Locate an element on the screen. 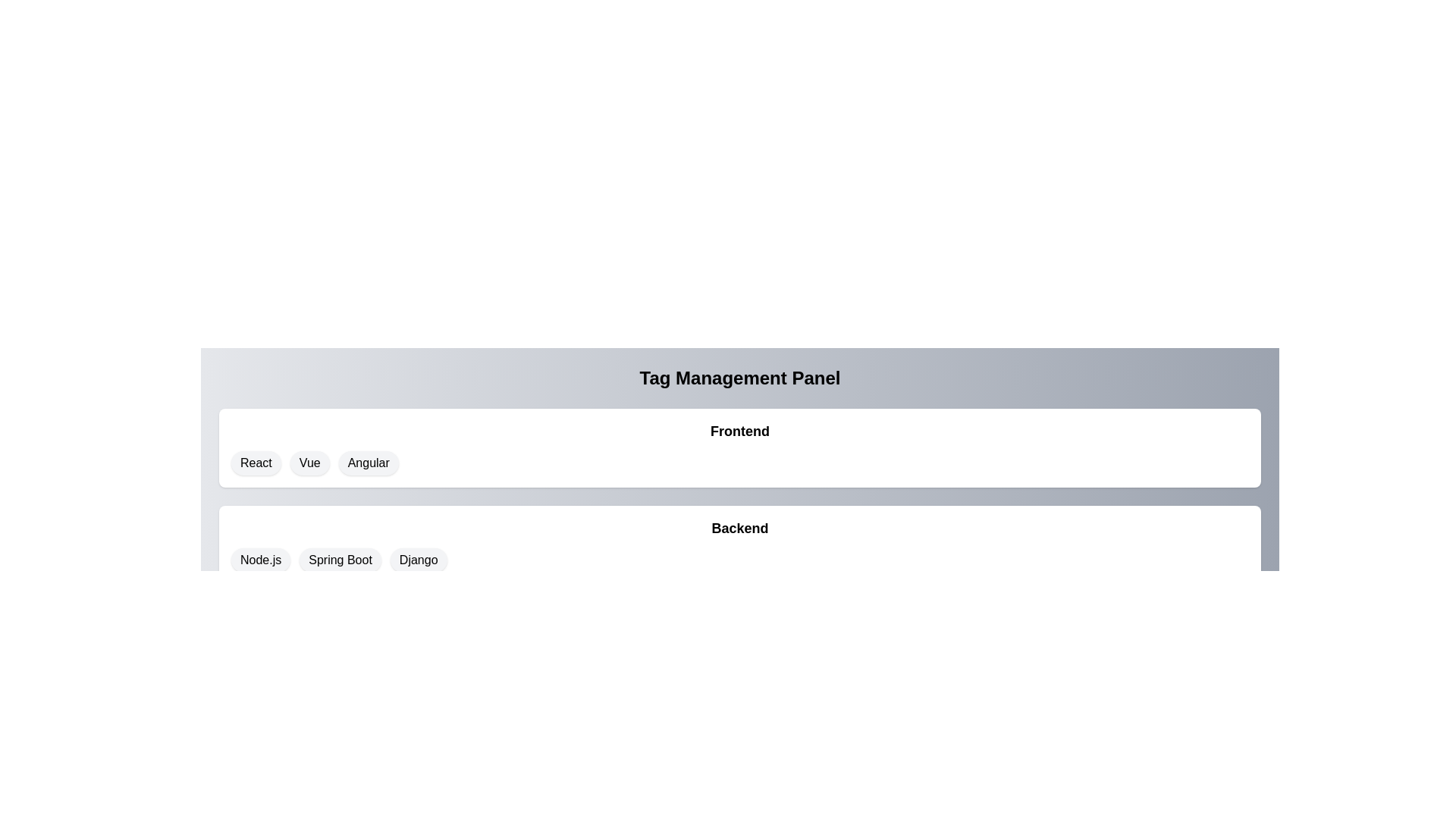 The image size is (1456, 819). the 'React' button, which is the first button in the 'Frontend' section, located at the top-left corner of a group of buttons is located at coordinates (256, 462).